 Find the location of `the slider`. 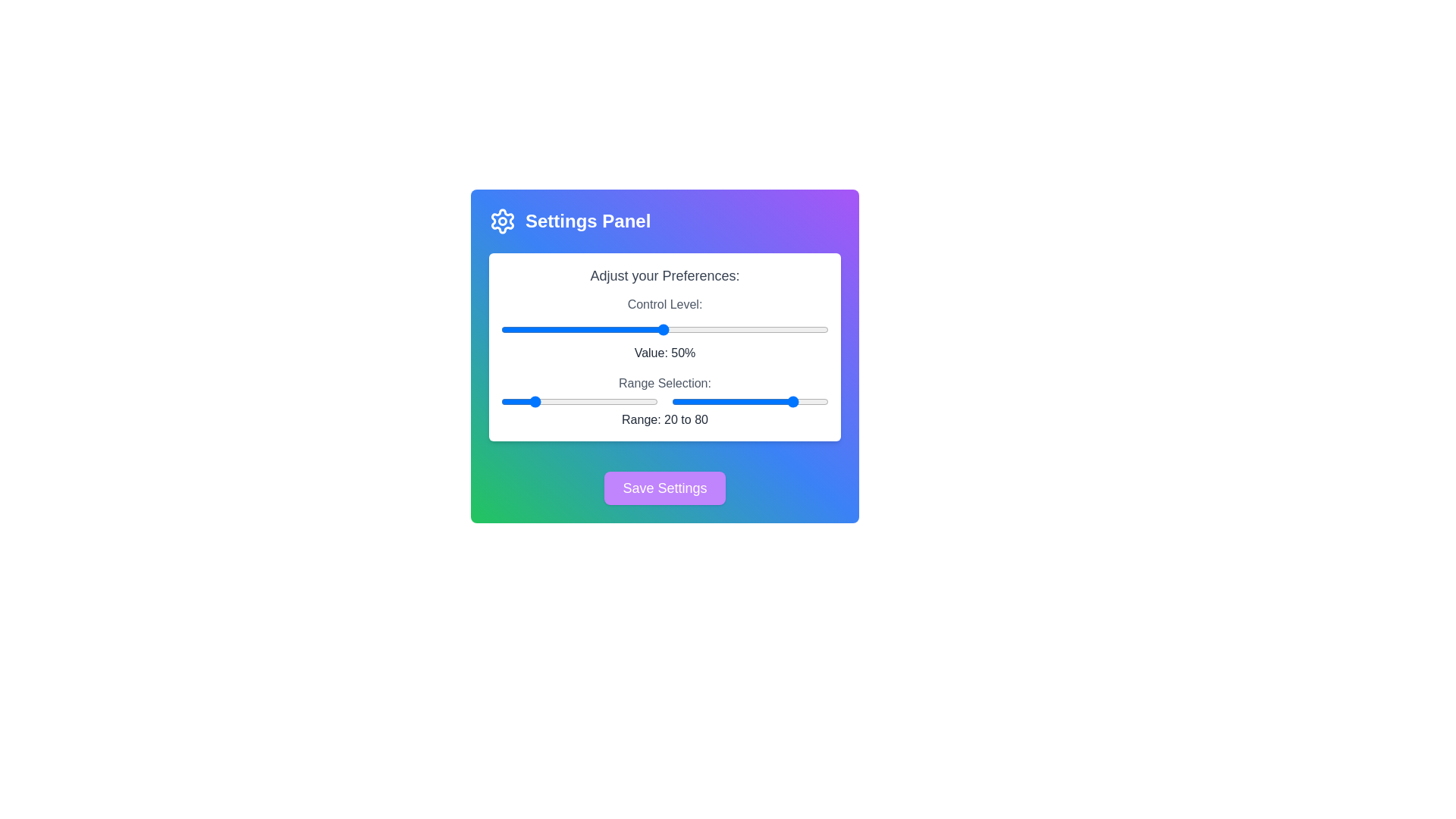

the slider is located at coordinates (607, 400).